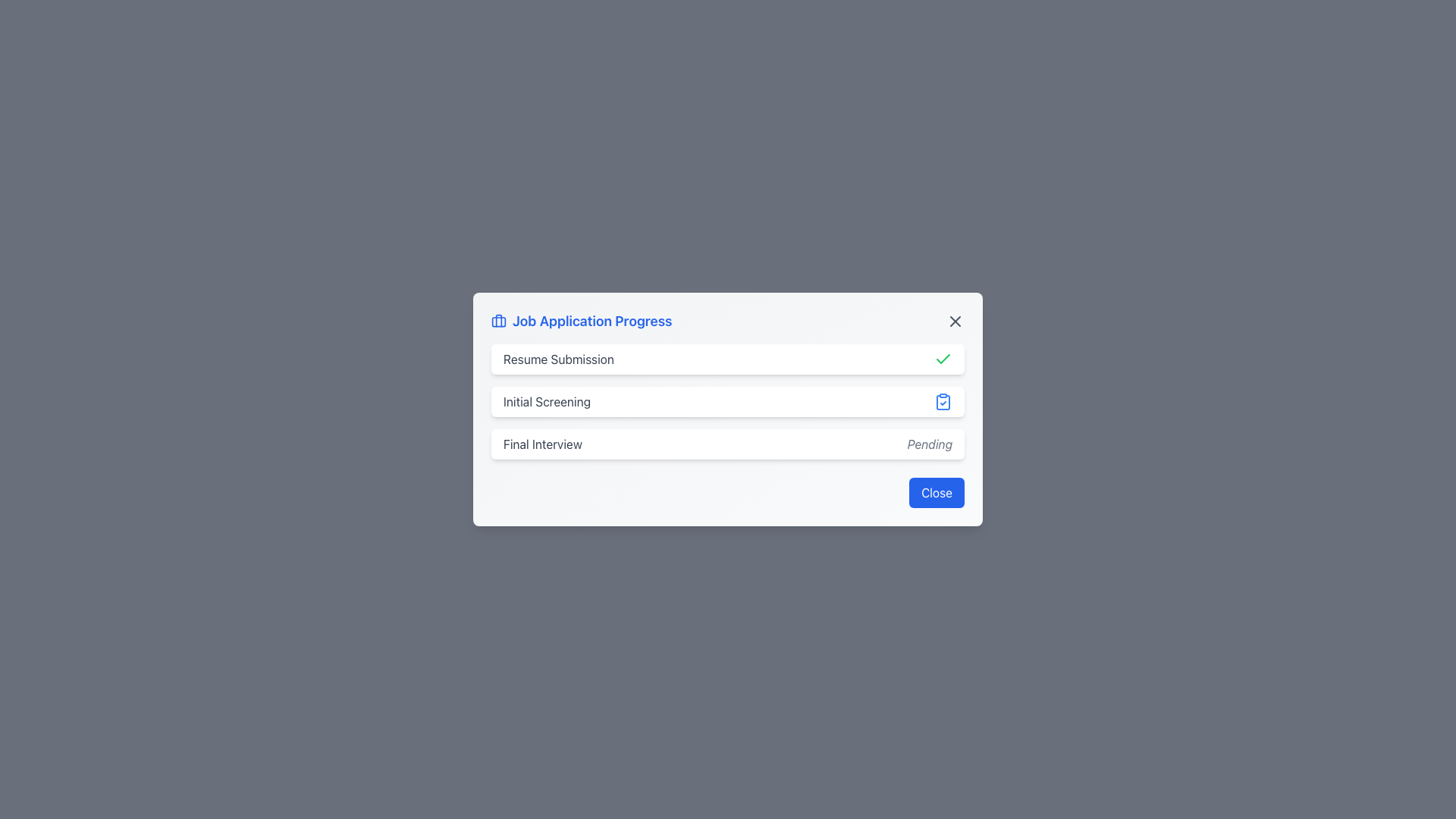 The image size is (1456, 819). I want to click on the 'Final Interview' text label indicating the job application process stage, so click(542, 444).